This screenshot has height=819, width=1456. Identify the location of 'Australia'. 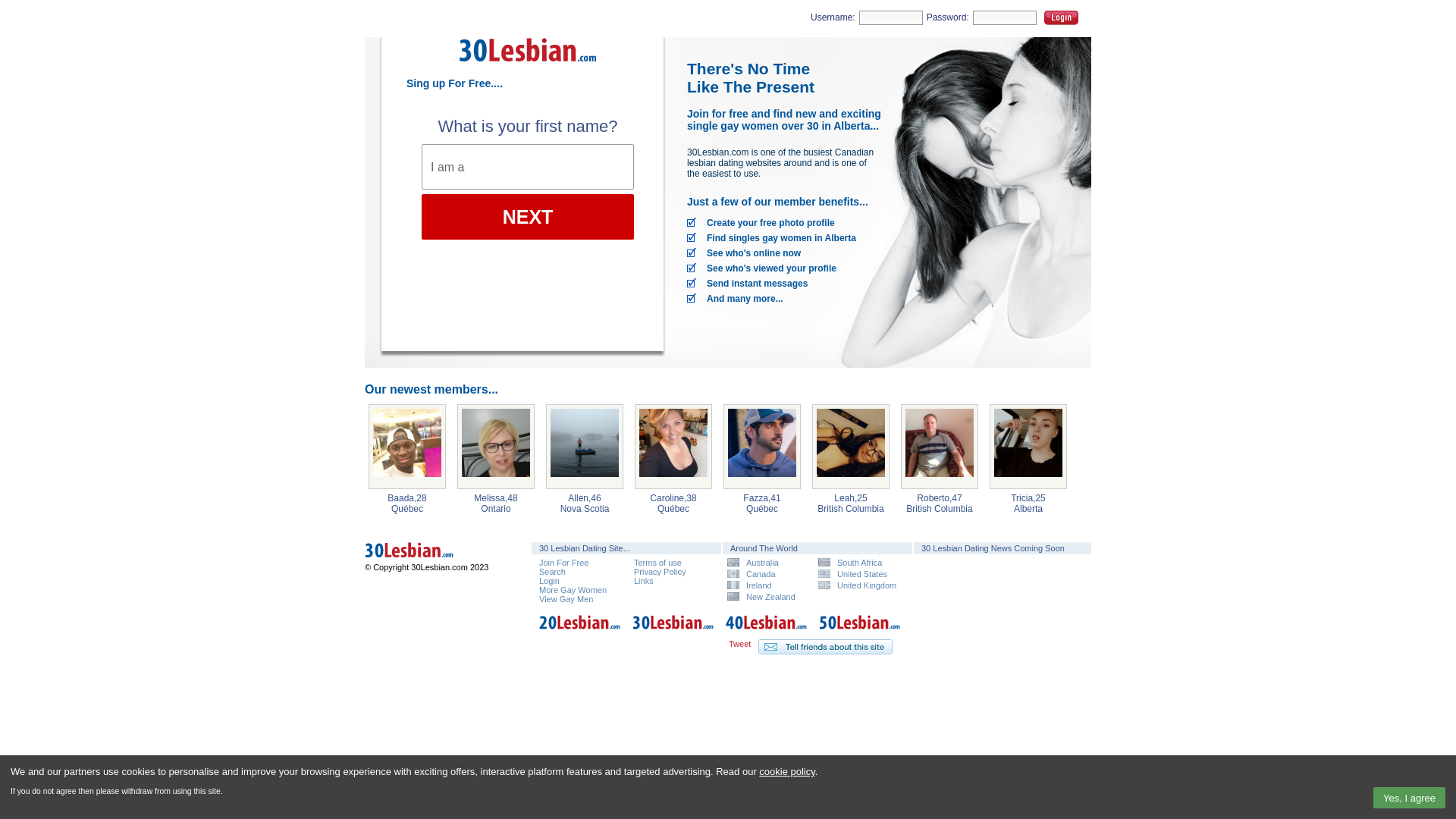
(767, 562).